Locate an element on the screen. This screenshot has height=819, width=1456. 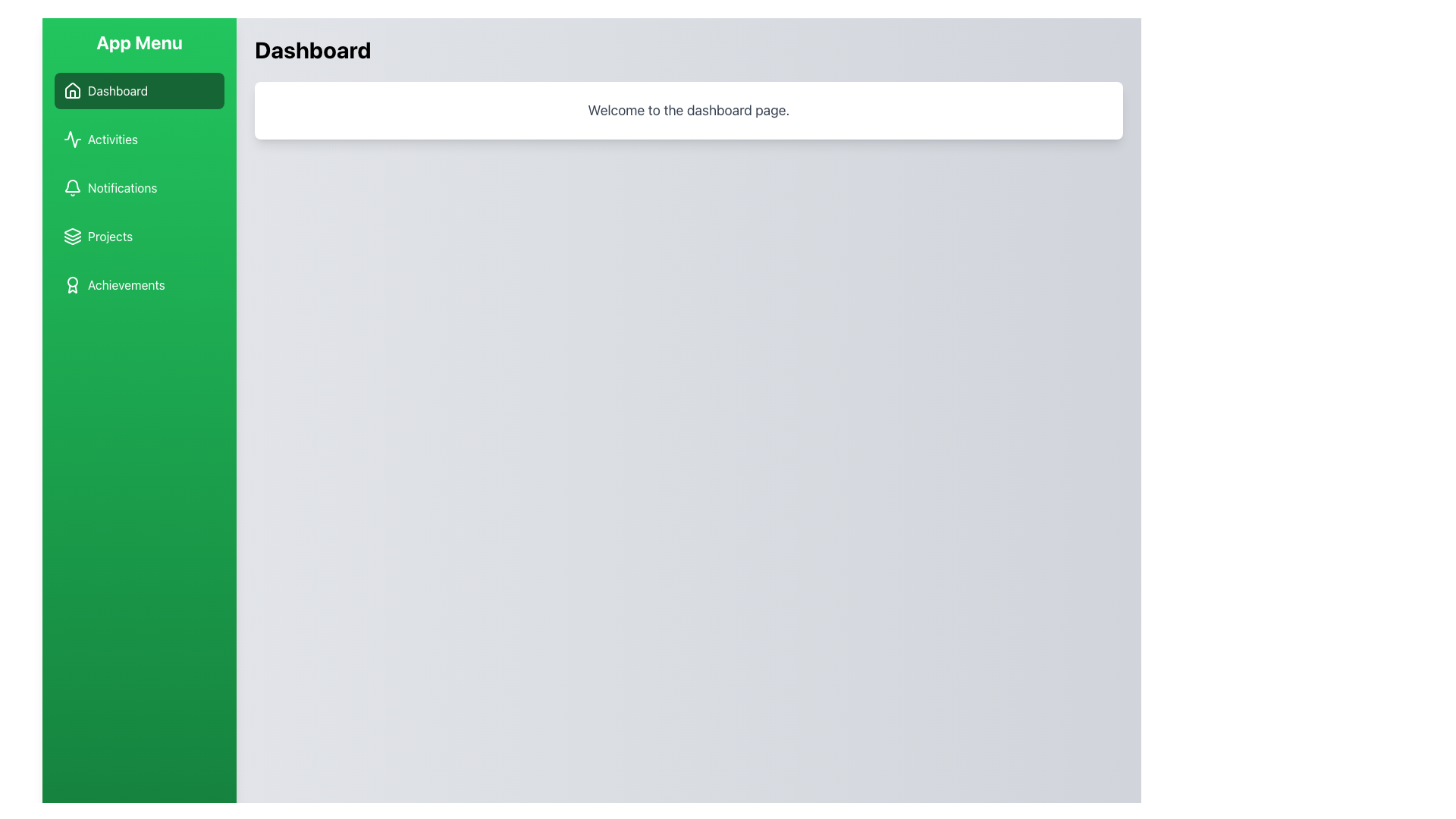
the 'Dashboard' text label, which is a bold, capitalized label located at the top left of the content area is located at coordinates (312, 49).